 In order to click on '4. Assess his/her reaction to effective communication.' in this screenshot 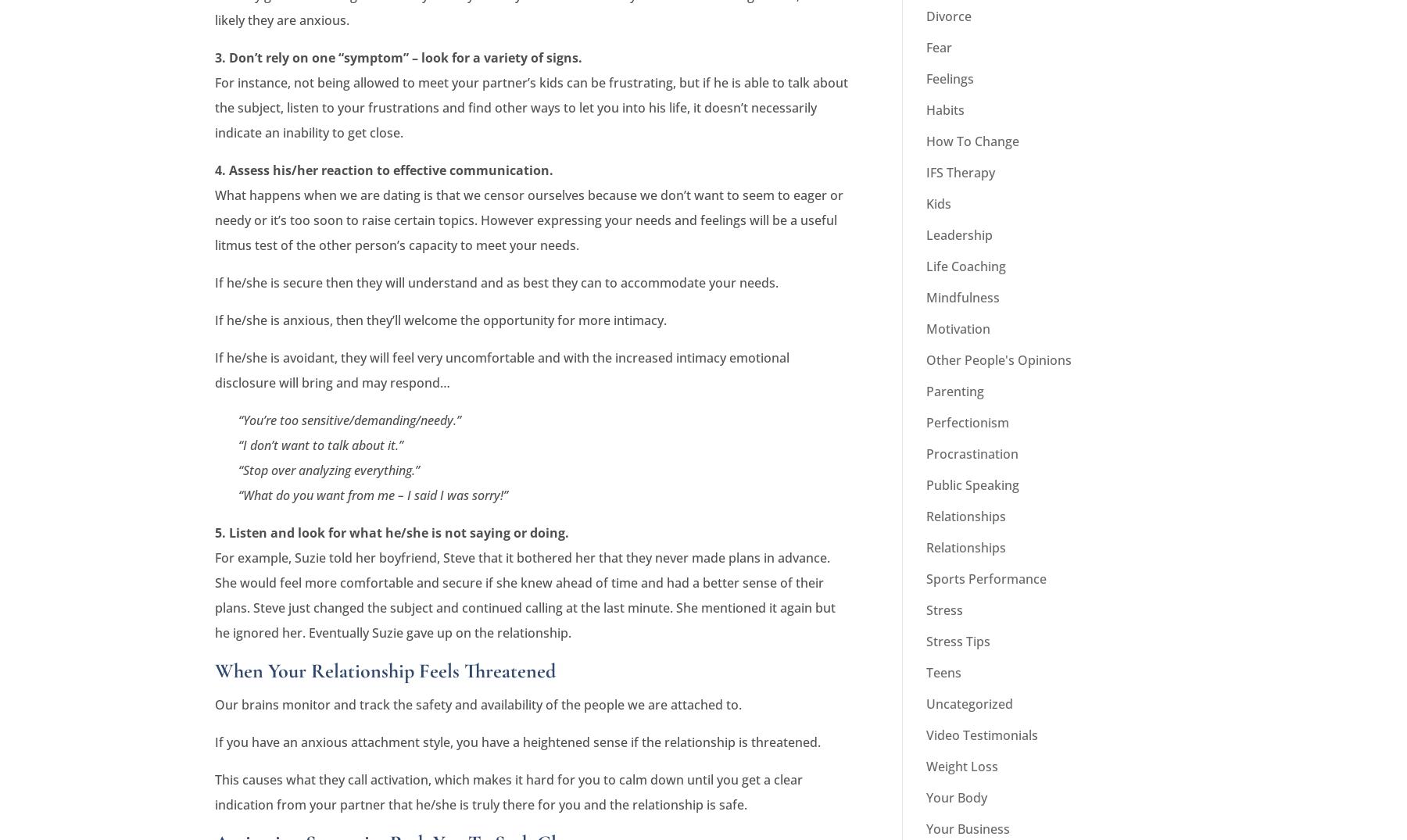, I will do `click(383, 170)`.